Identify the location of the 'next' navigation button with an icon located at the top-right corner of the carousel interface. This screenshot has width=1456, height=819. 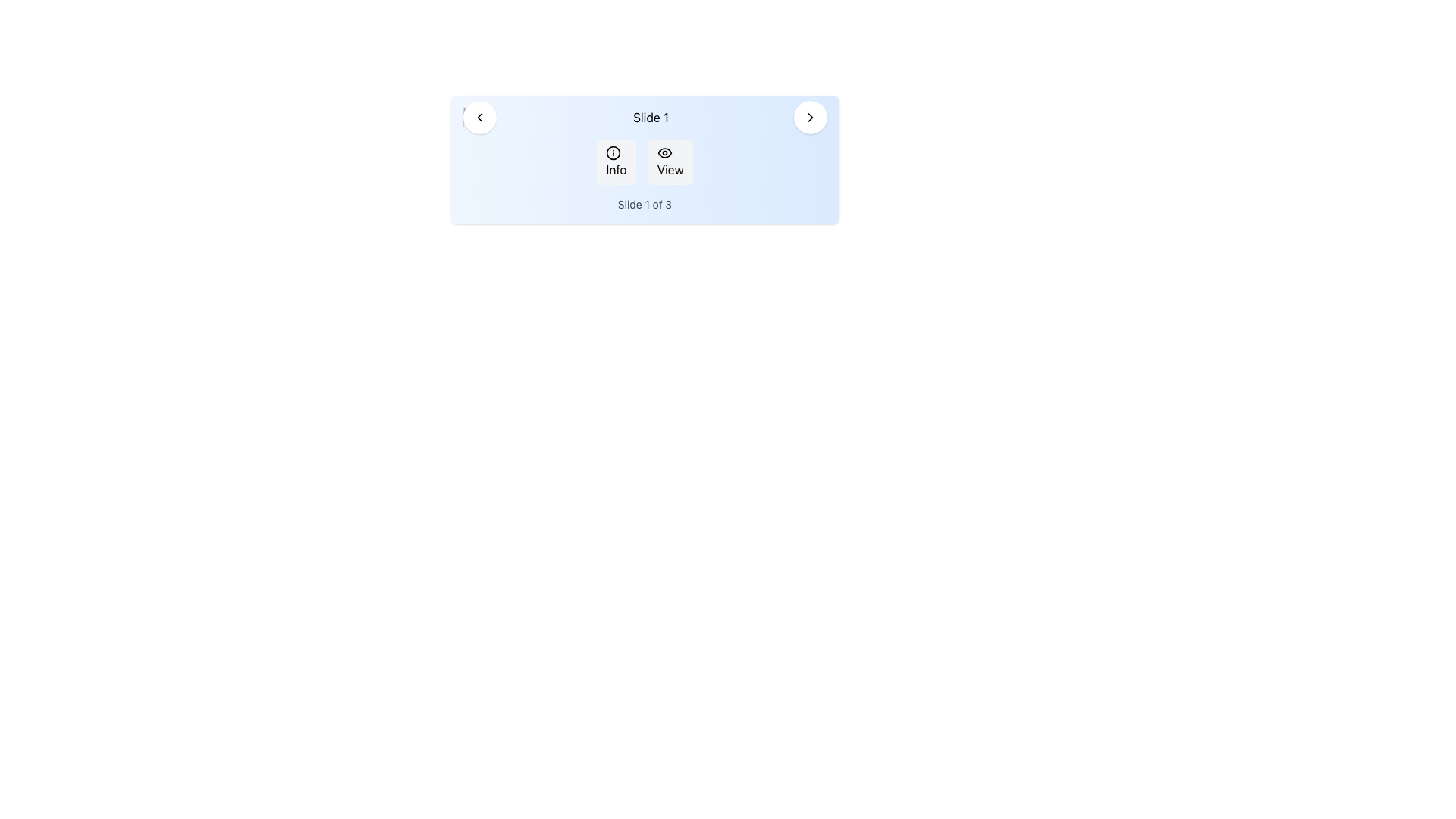
(809, 116).